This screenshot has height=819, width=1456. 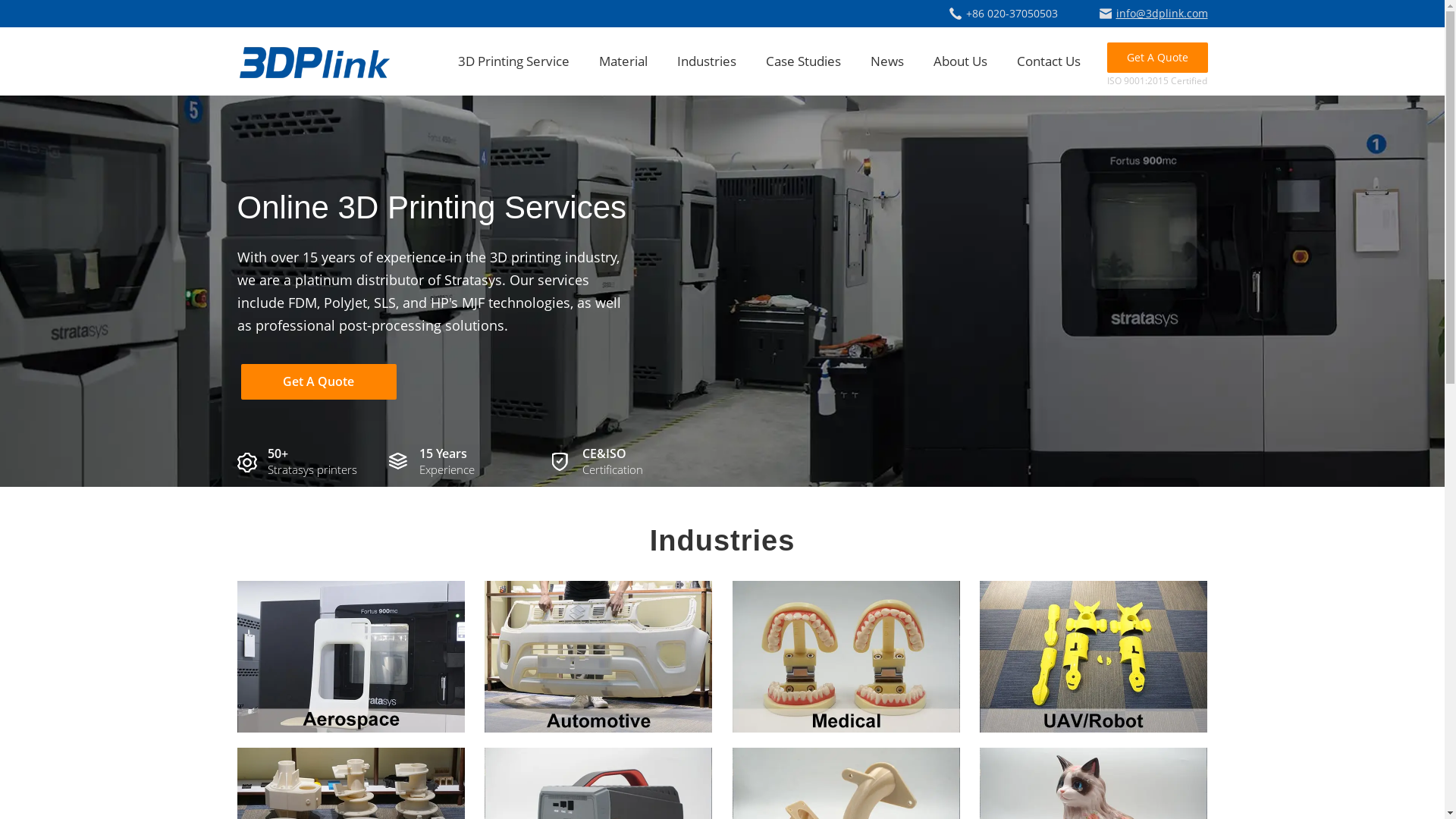 I want to click on 'Contact Us', so click(x=1047, y=60).